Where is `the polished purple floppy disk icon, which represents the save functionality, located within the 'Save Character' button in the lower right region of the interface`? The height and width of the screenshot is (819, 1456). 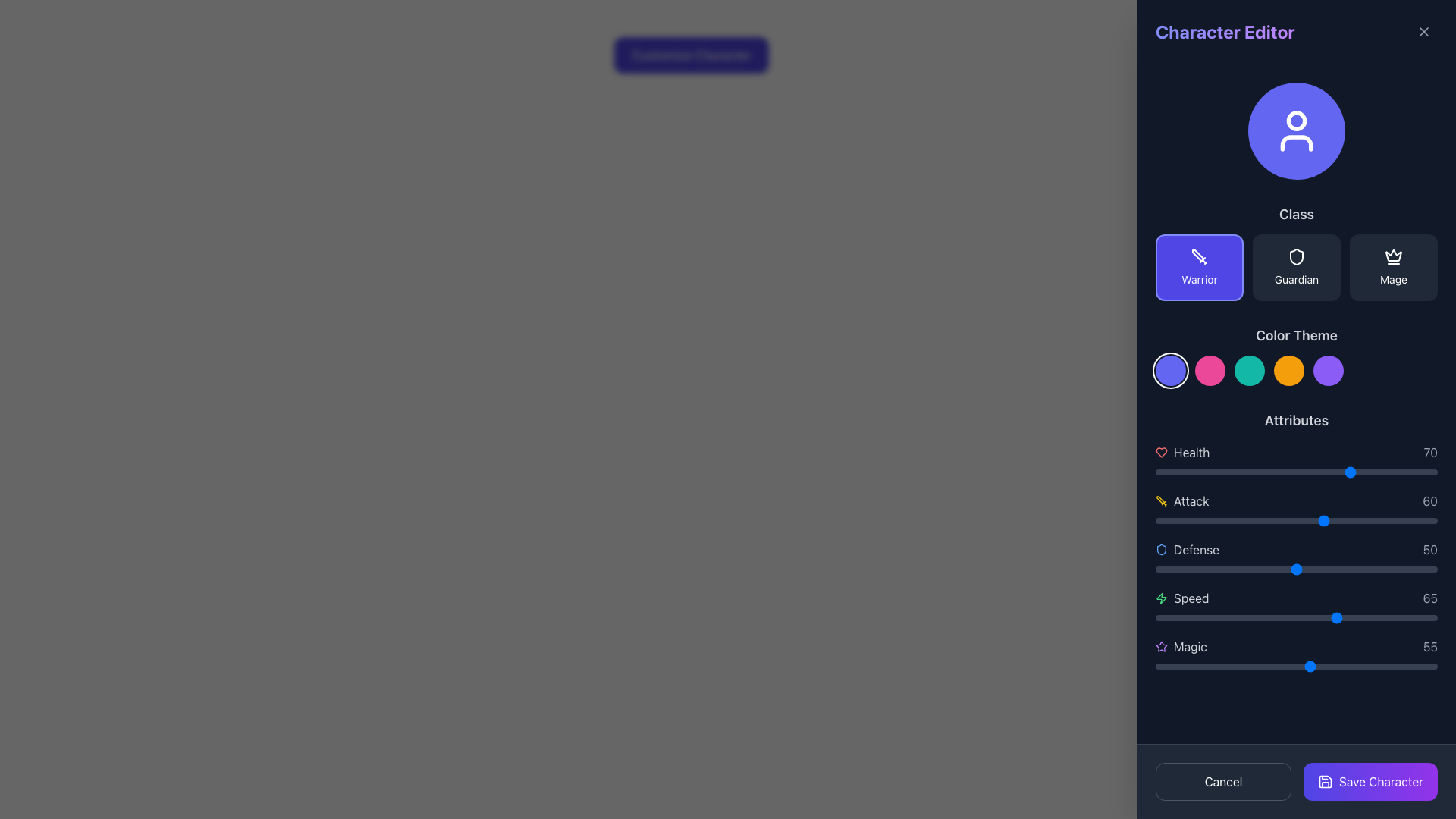 the polished purple floppy disk icon, which represents the save functionality, located within the 'Save Character' button in the lower right region of the interface is located at coordinates (1324, 781).